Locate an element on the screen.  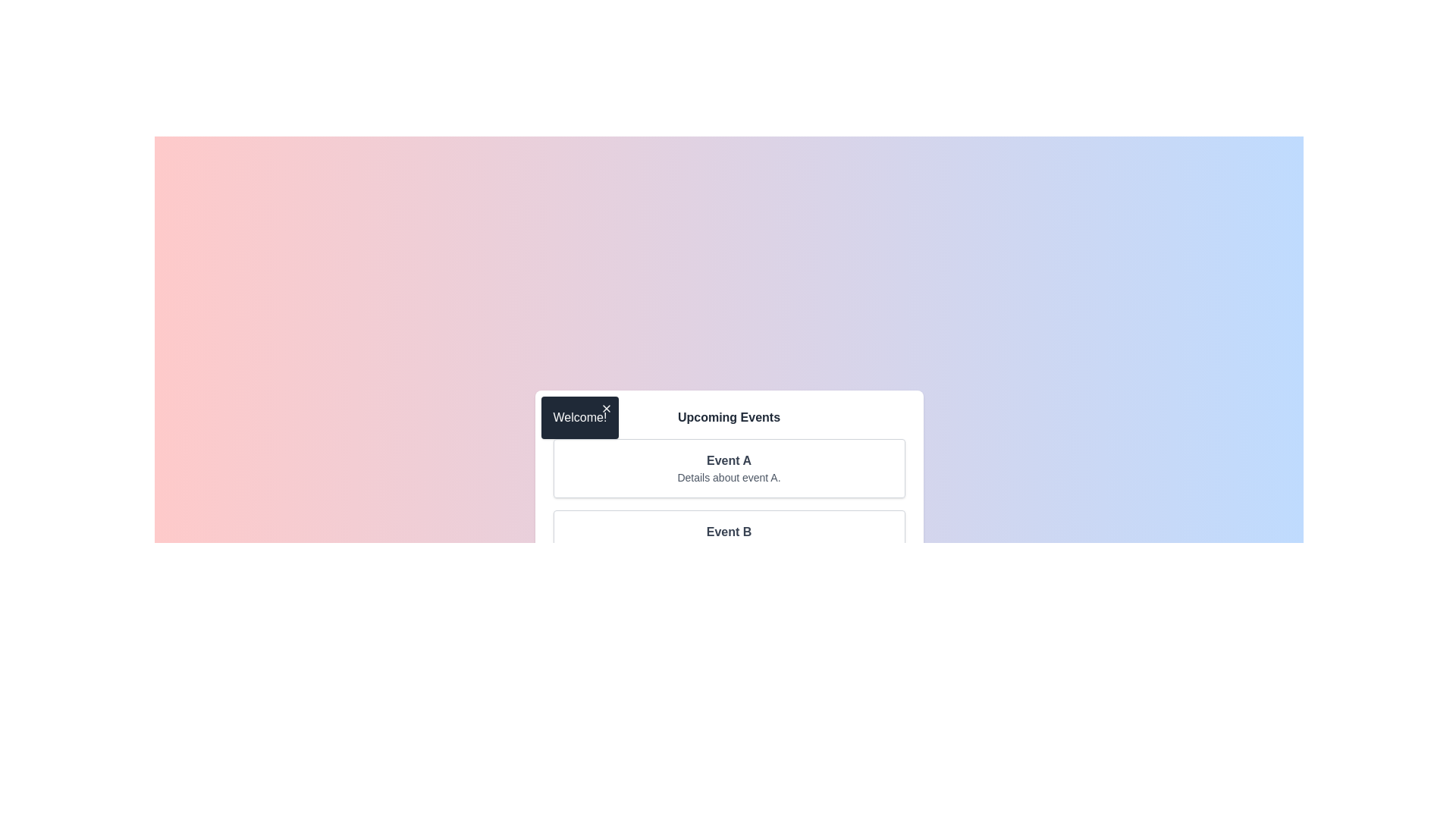
the bold, dark gray text label displaying 'Event B', which serves as a header for the section within a bordered card structure is located at coordinates (729, 532).